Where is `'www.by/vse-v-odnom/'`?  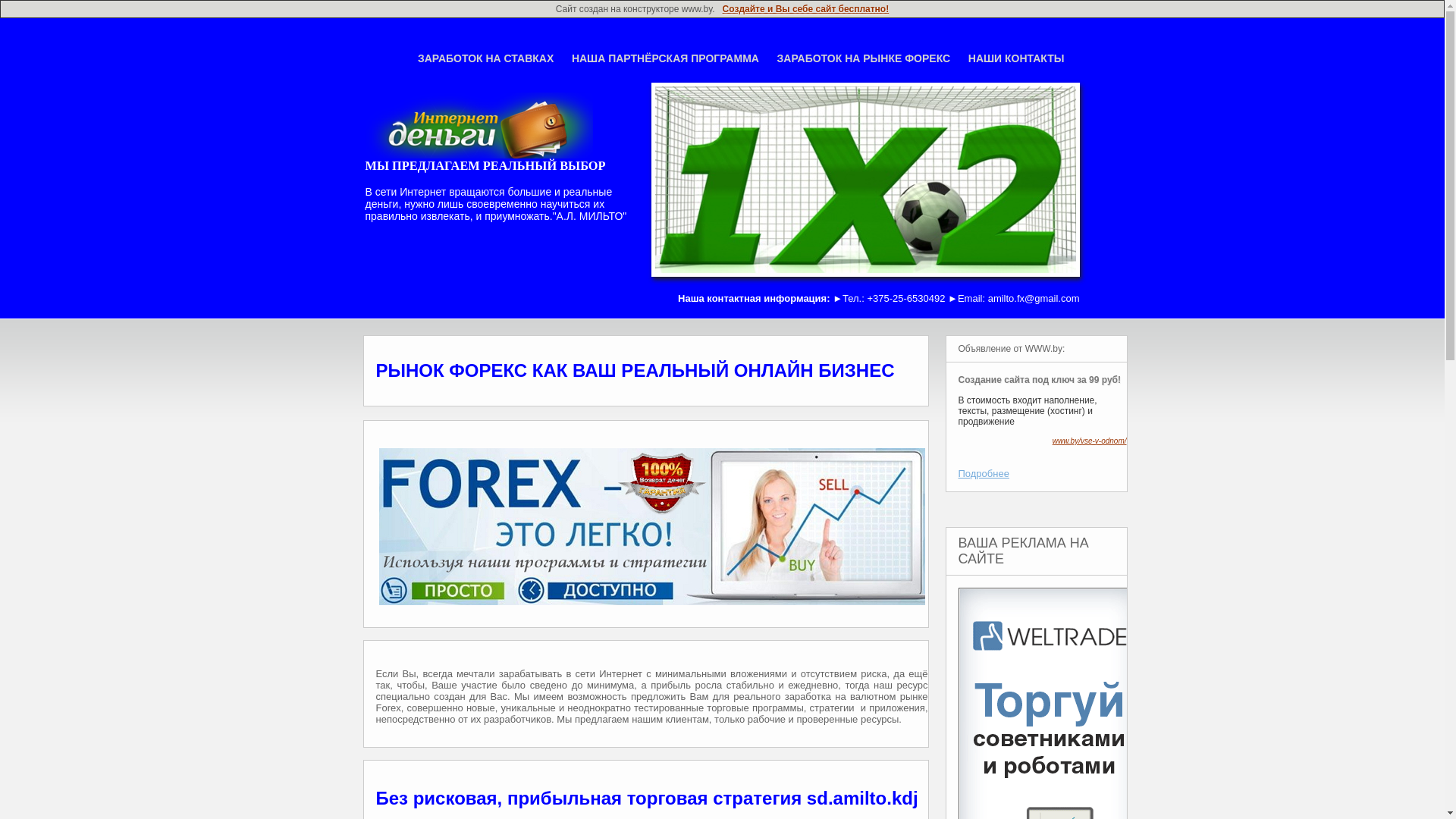 'www.by/vse-v-odnom/' is located at coordinates (1088, 441).